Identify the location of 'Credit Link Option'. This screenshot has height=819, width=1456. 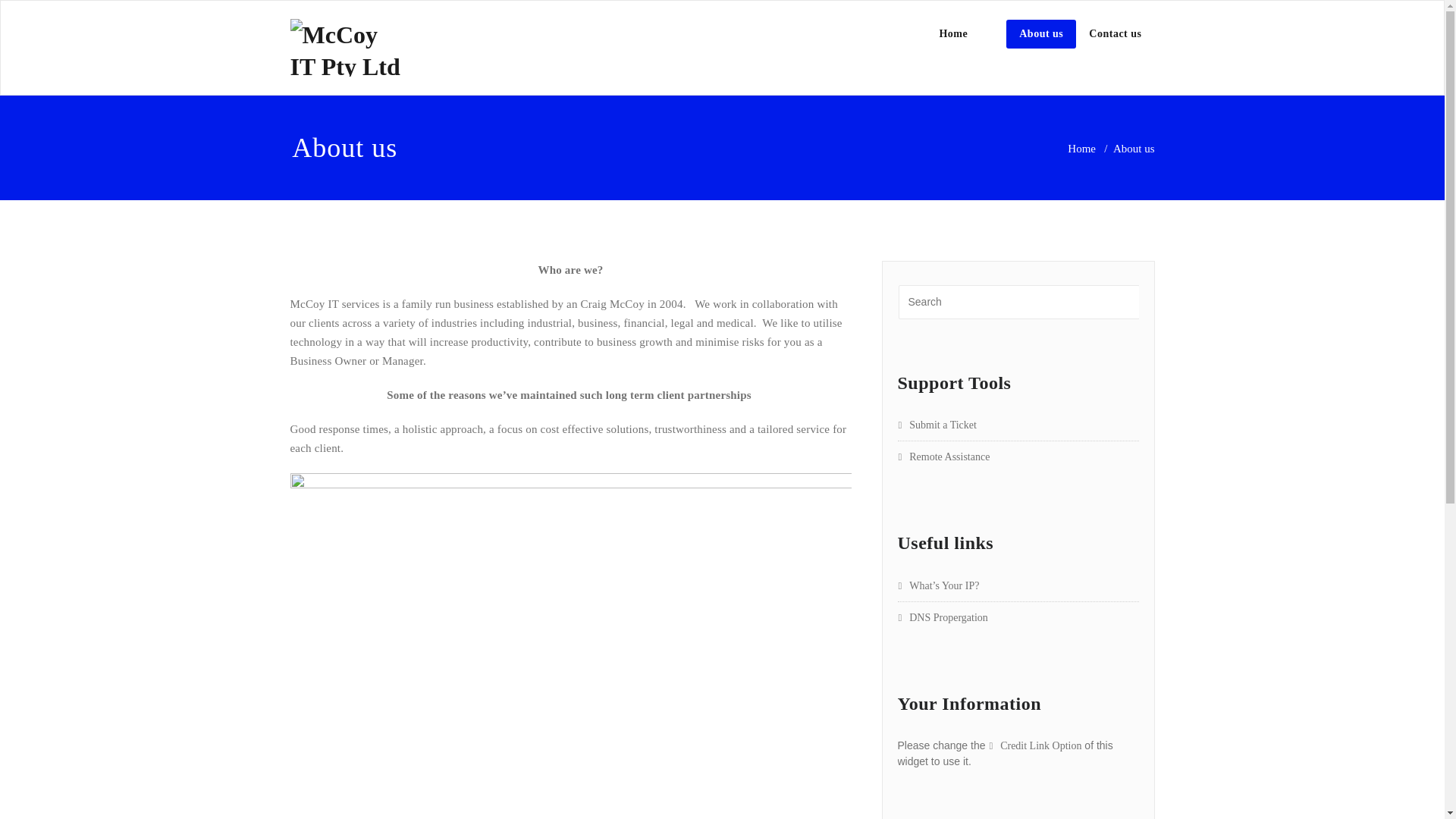
(1034, 745).